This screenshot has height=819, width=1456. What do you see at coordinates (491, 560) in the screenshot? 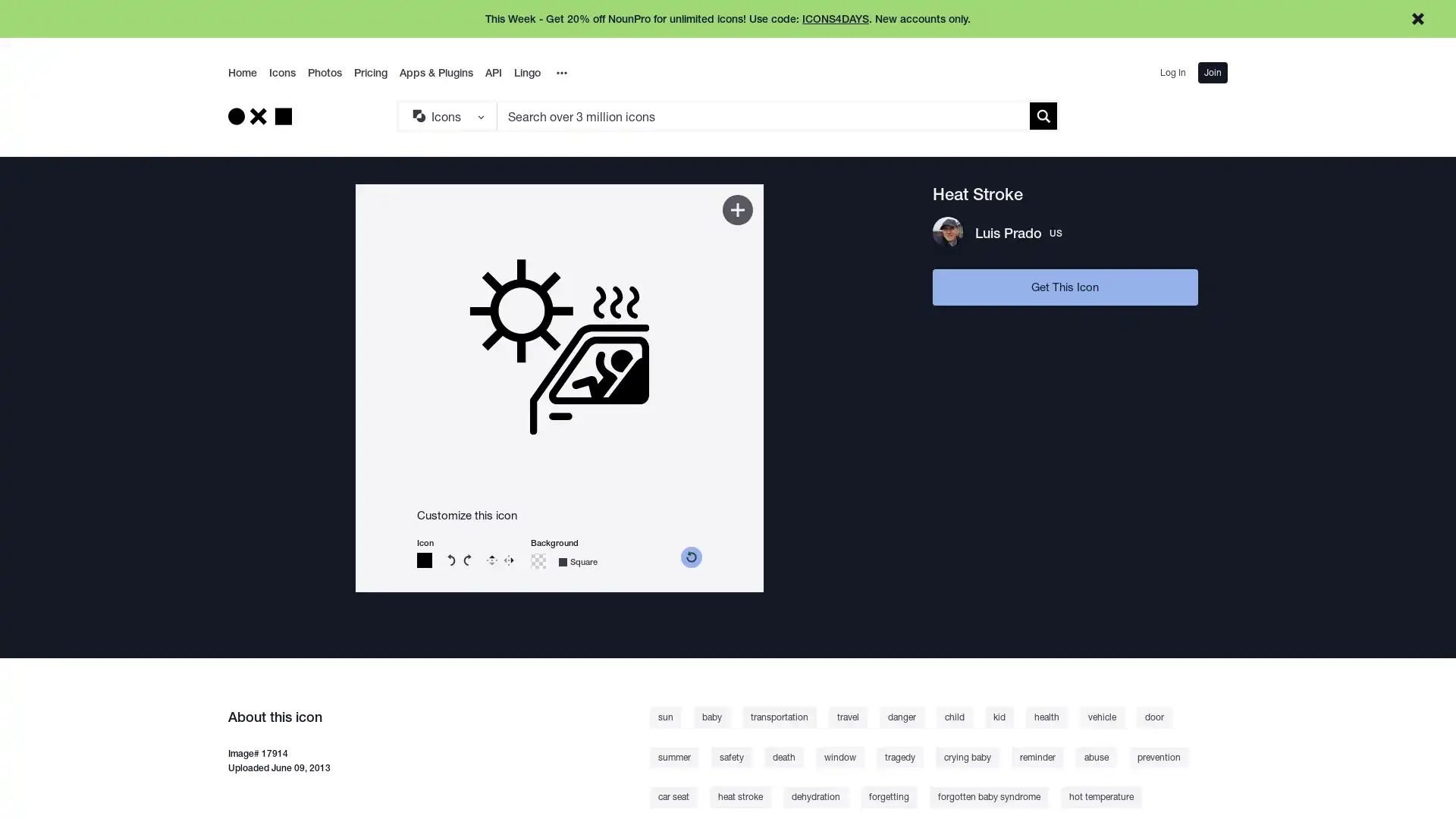
I see `Flip` at bounding box center [491, 560].